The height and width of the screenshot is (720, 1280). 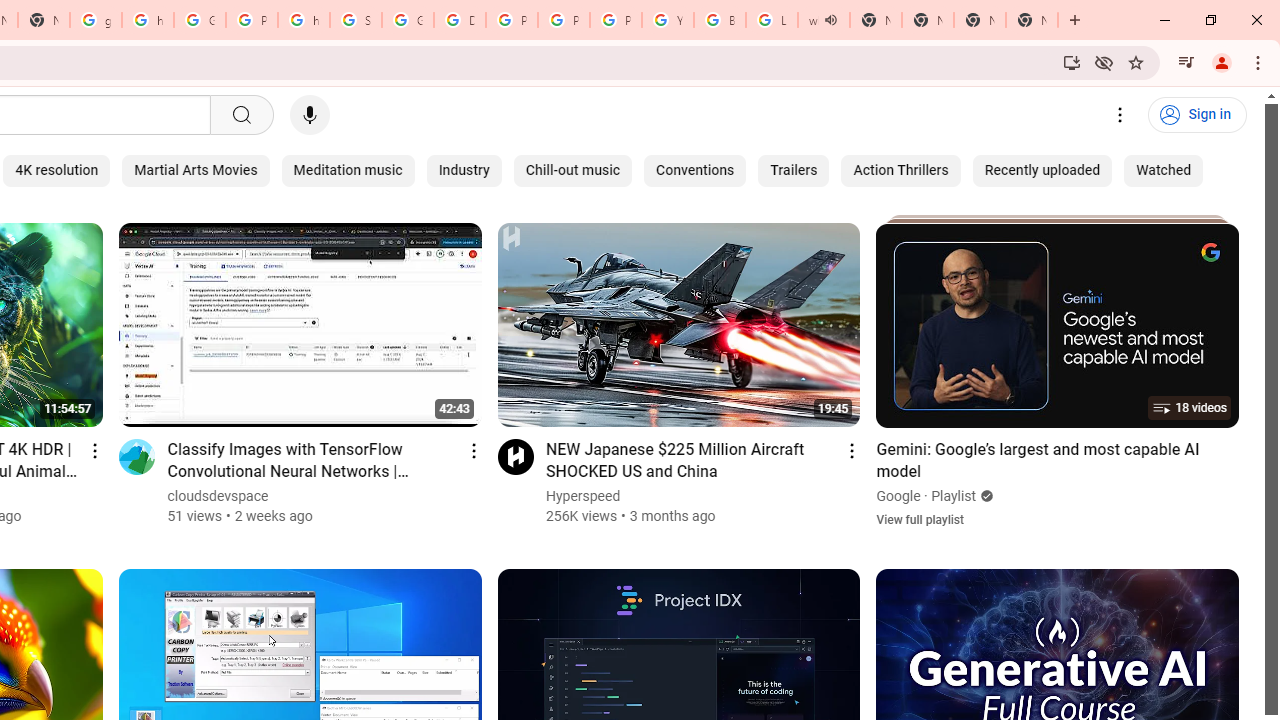 I want to click on 'Google', so click(x=897, y=495).